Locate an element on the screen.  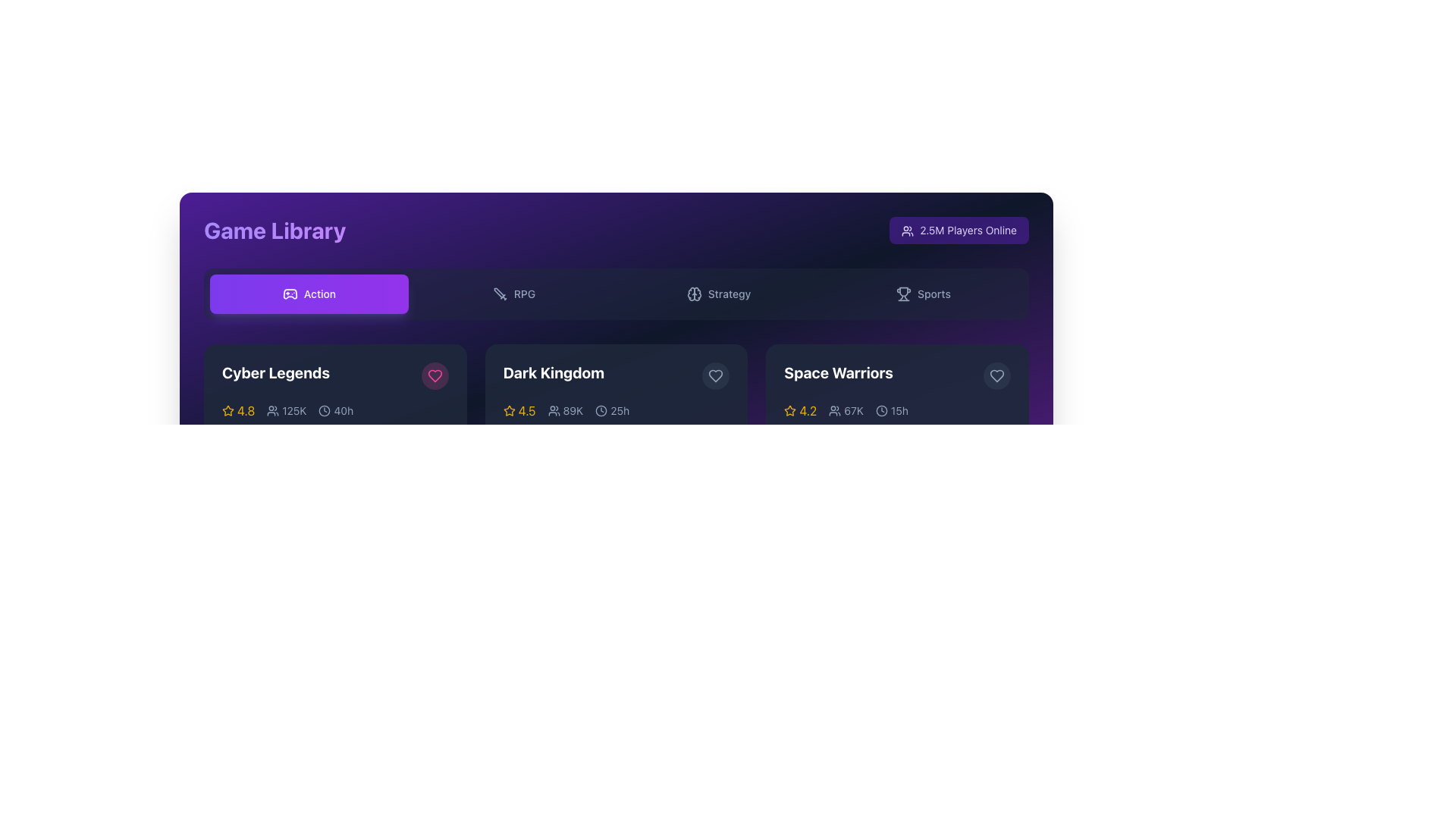
the interactive button located to the right of the 'Cyber Legends' text in the first card of the 'Game Library' to mark it as a favorite is located at coordinates (434, 375).